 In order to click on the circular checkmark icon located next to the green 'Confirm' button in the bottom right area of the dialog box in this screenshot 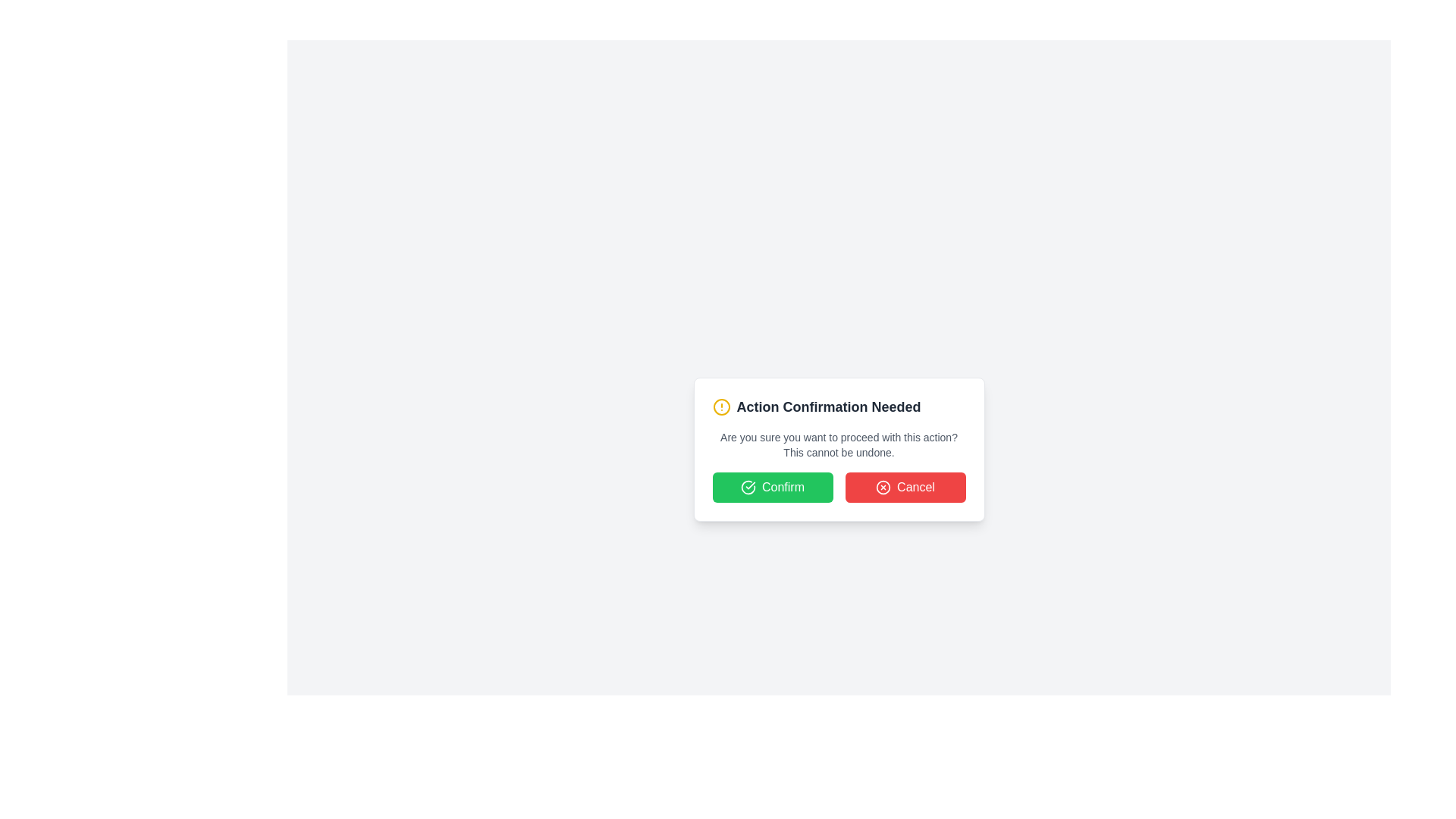, I will do `click(748, 488)`.